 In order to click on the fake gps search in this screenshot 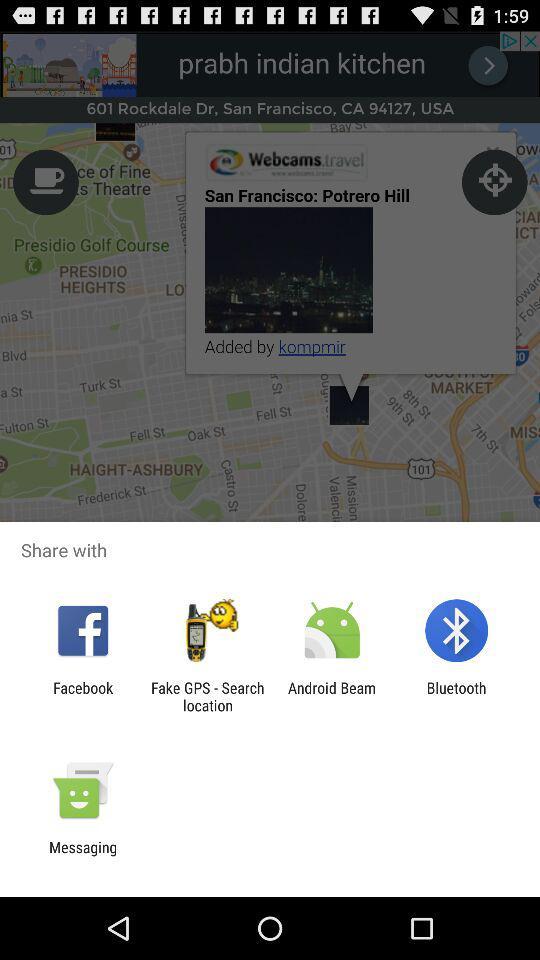, I will do `click(206, 696)`.